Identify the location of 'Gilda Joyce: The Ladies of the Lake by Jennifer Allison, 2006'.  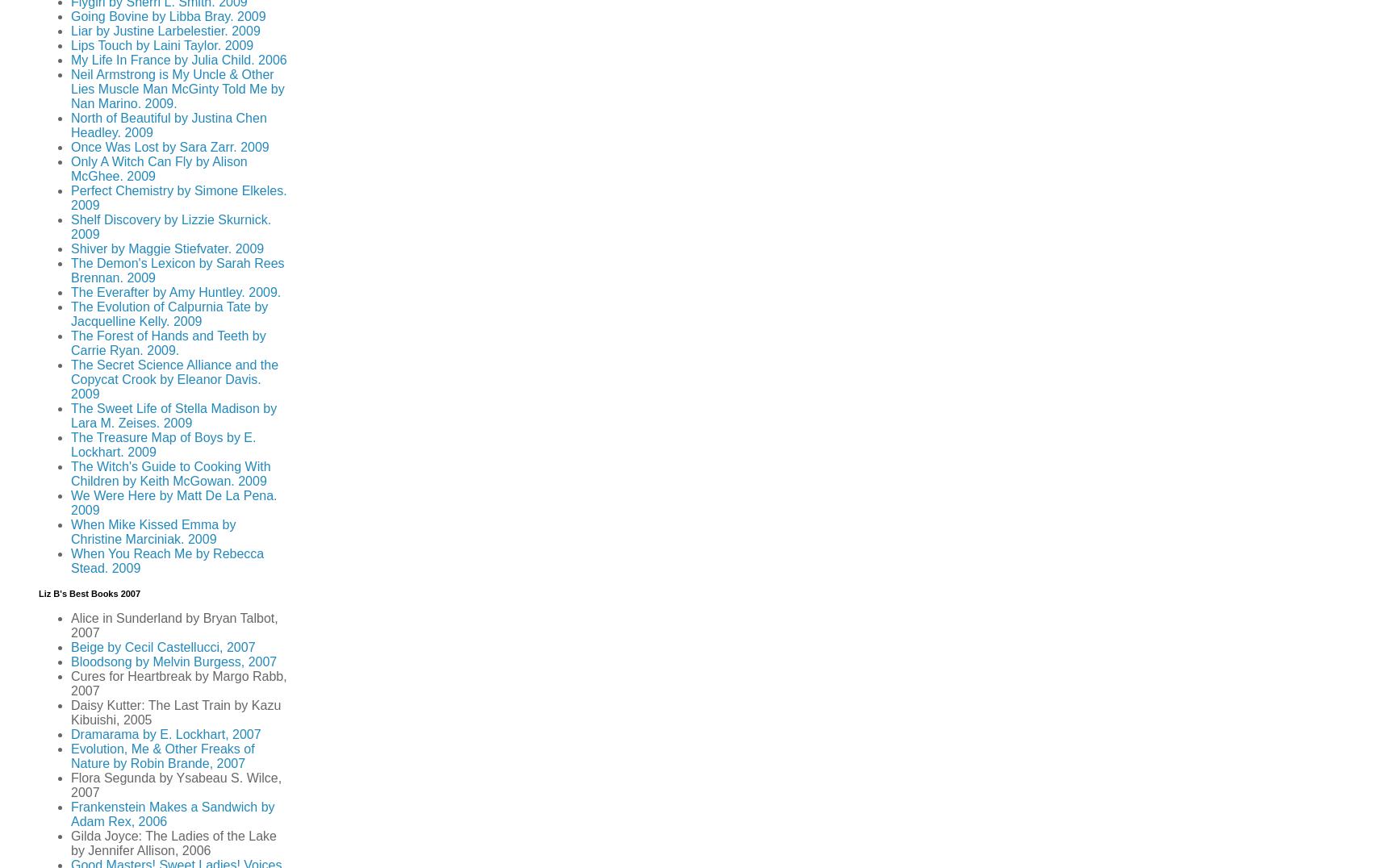
(172, 843).